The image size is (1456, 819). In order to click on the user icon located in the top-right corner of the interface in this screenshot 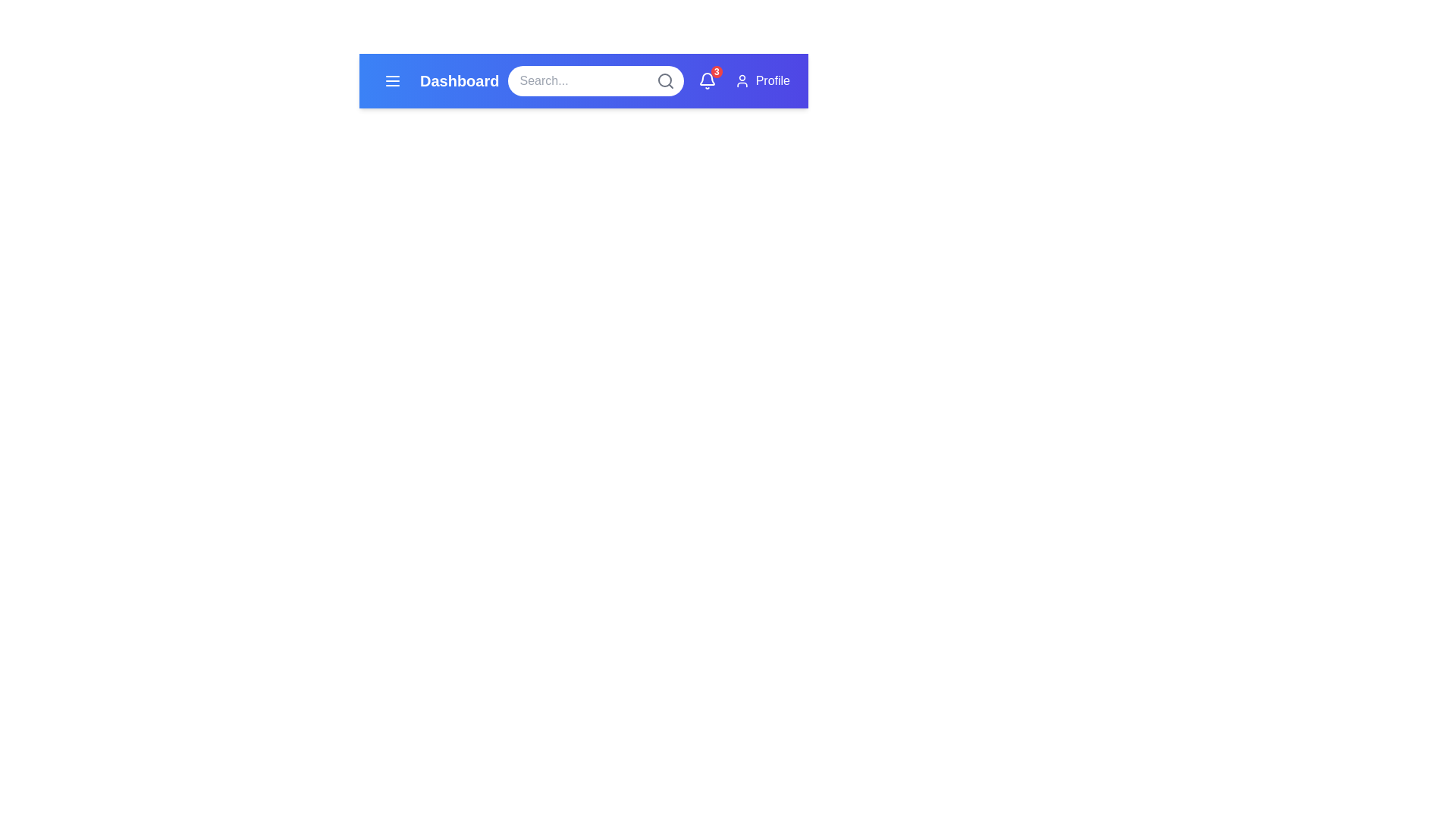, I will do `click(742, 81)`.